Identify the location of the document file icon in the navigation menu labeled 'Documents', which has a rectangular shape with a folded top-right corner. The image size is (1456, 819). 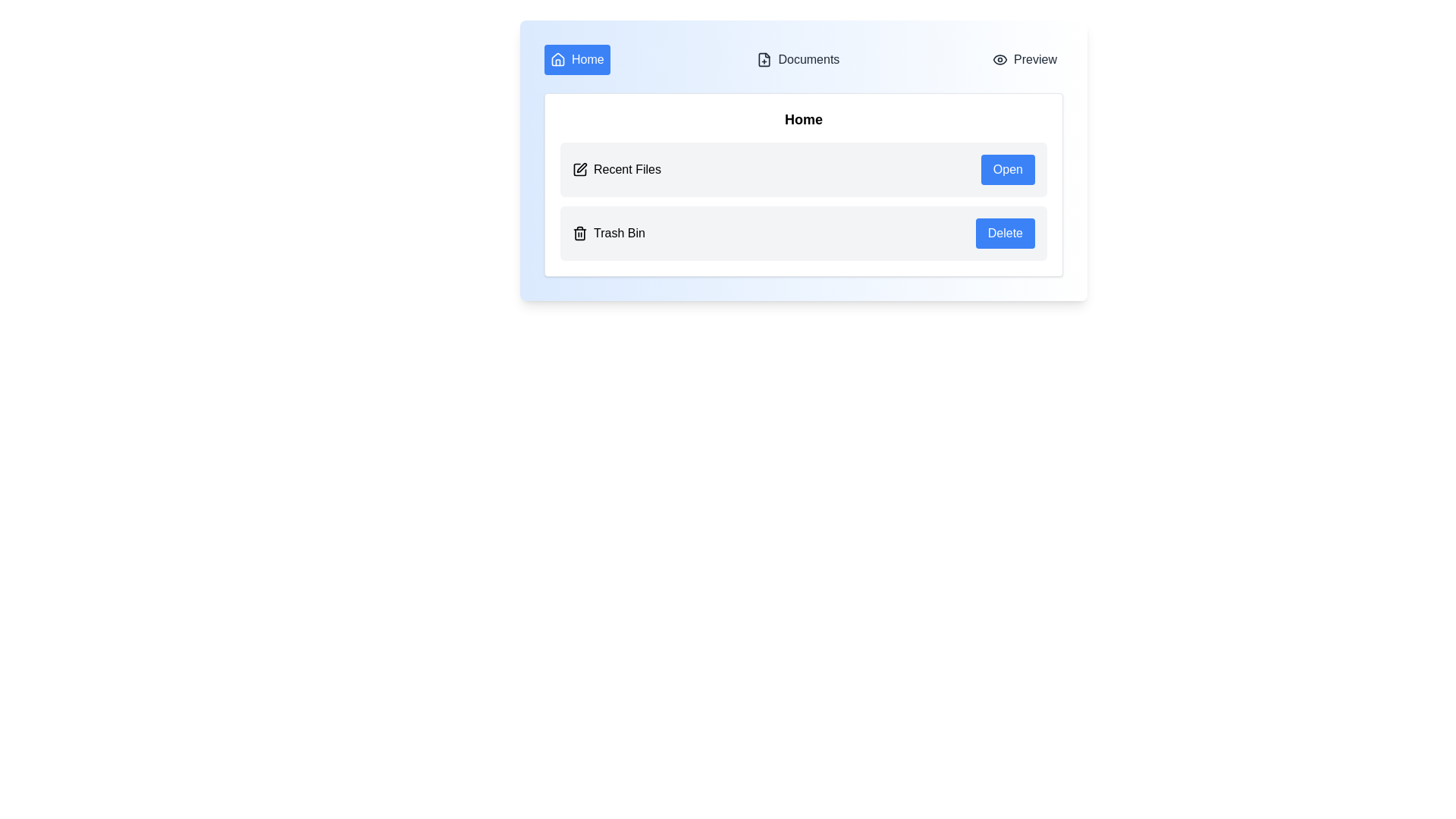
(764, 58).